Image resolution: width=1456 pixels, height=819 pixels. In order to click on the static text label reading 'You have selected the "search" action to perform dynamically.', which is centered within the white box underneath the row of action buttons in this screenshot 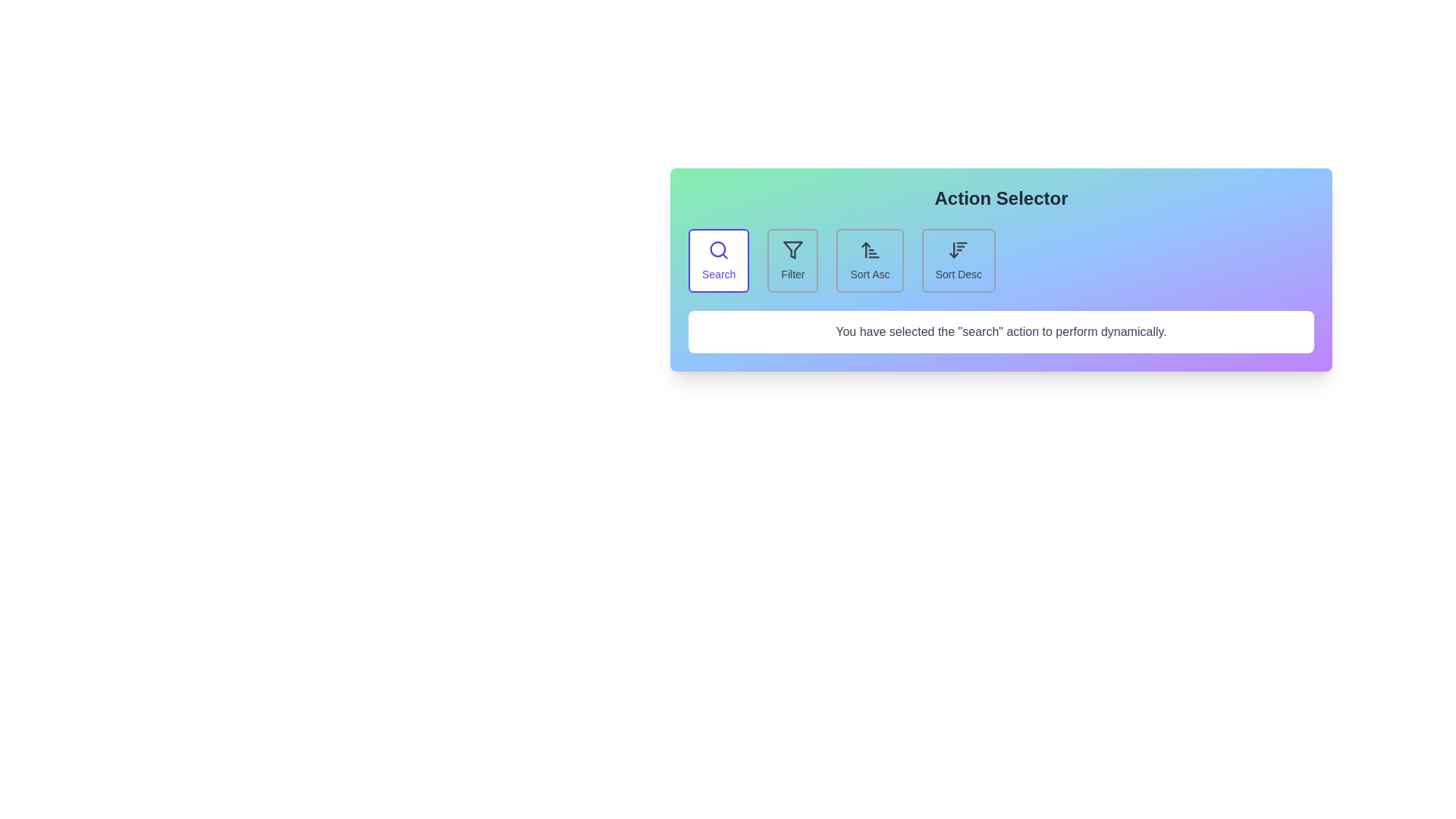, I will do `click(1001, 331)`.